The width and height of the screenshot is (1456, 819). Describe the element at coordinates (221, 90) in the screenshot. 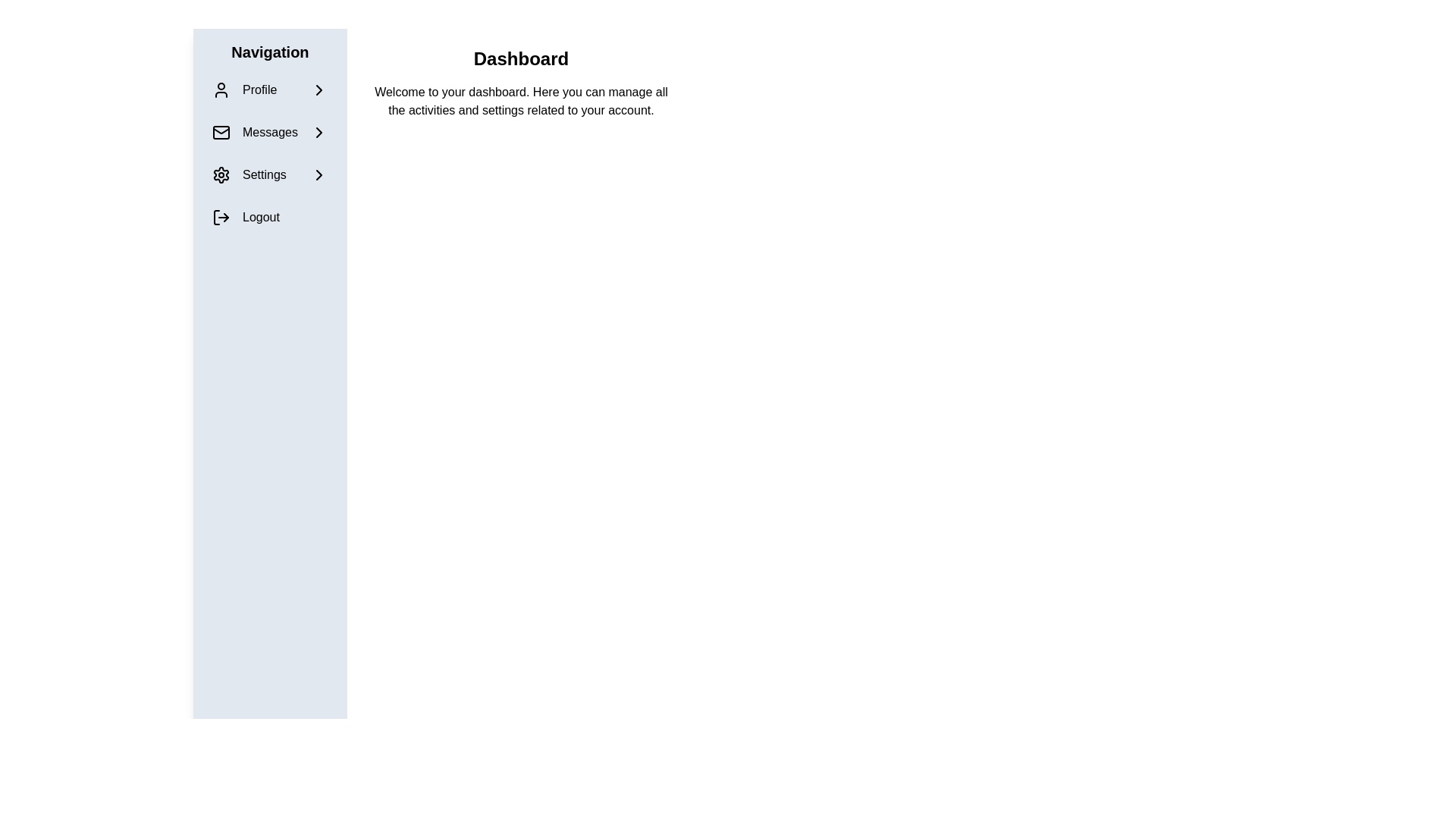

I see `the user icon in the left-hand navigation bar, located at the top under the 'Navigation' heading, which features a simplistic SVG representation of a person and is adjacent to the text 'Profile'` at that location.